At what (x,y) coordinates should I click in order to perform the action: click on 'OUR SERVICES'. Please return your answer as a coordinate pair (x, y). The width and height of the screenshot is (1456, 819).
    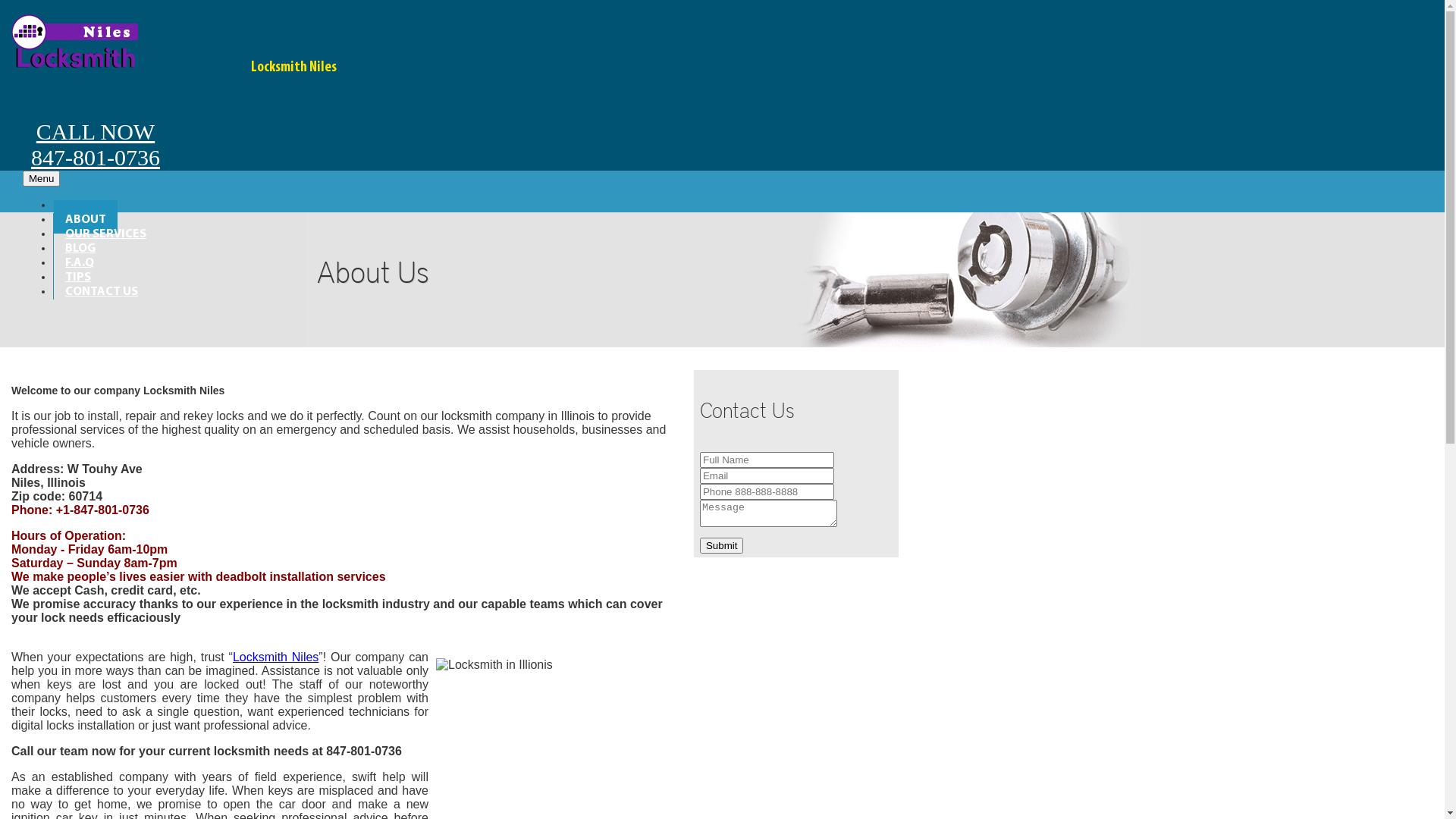
    Looking at the image, I should click on (54, 231).